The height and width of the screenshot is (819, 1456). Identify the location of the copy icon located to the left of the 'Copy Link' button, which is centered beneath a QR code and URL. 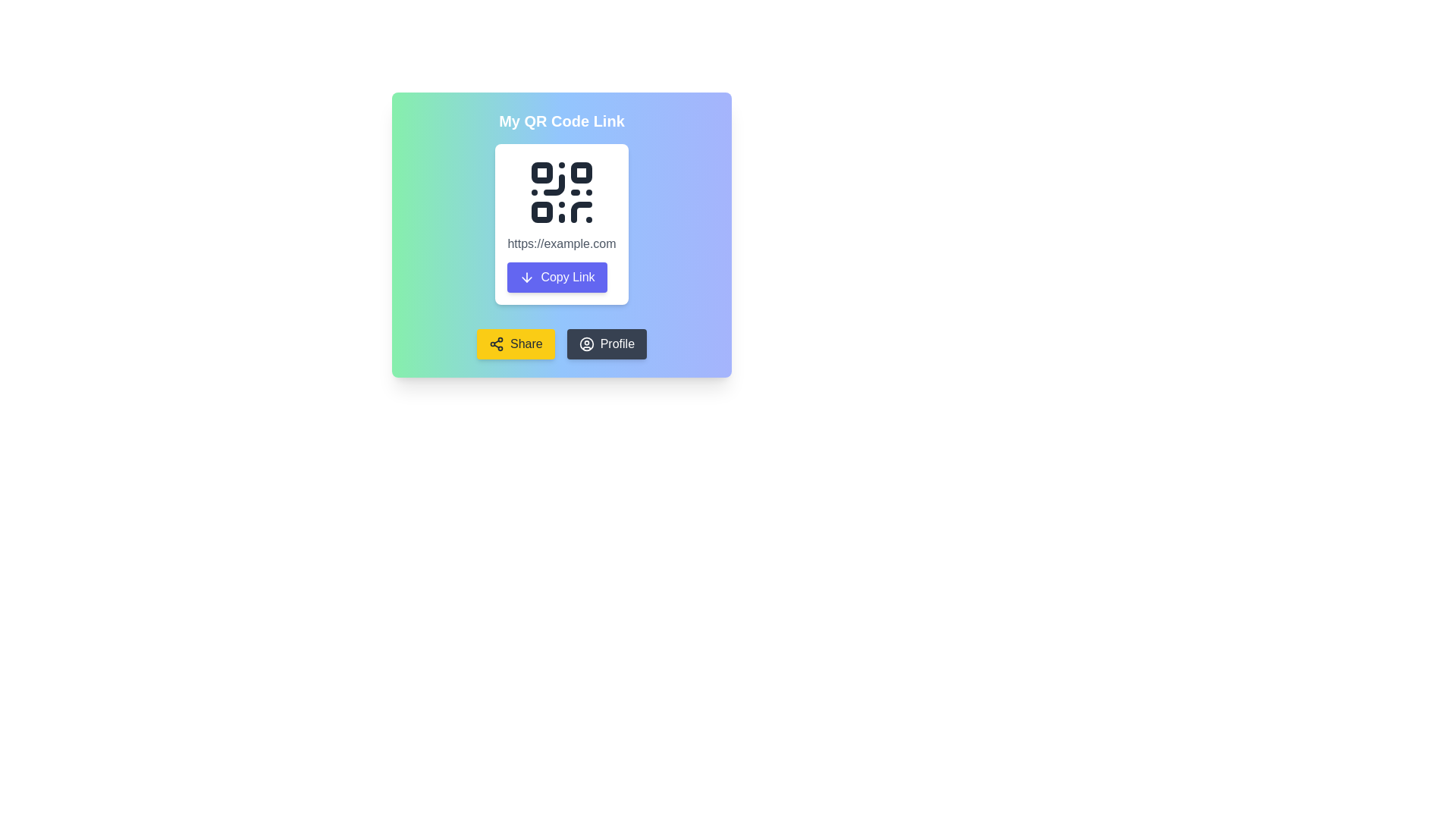
(527, 278).